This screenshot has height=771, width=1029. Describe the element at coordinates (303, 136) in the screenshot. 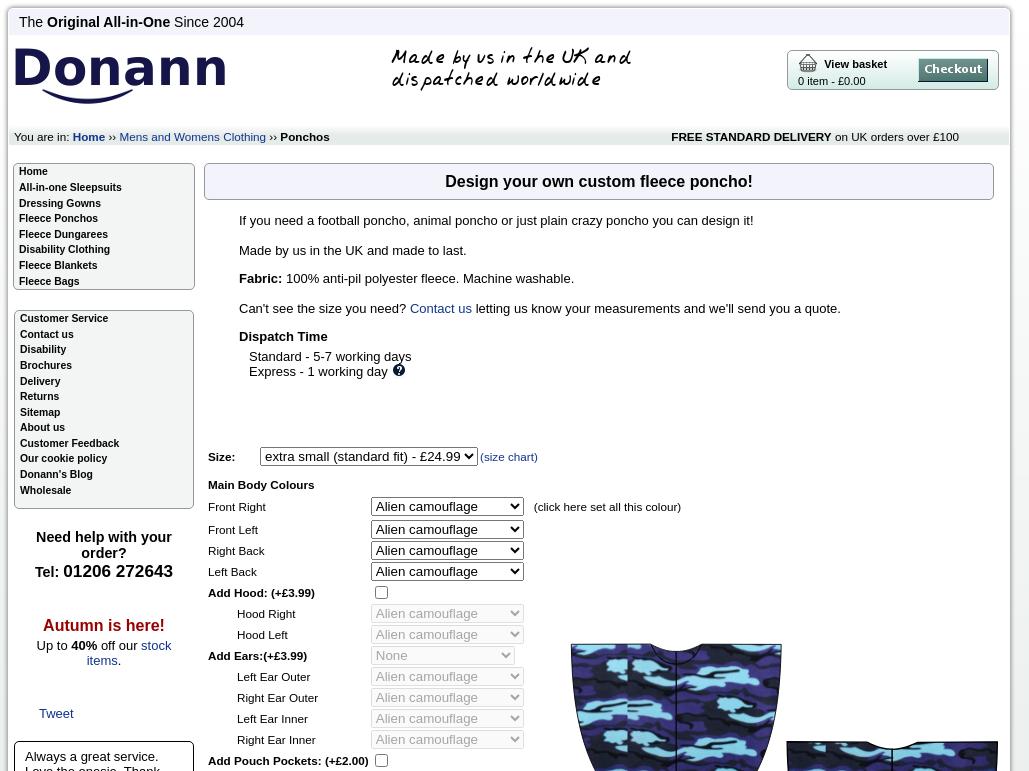

I see `'Ponchos'` at that location.